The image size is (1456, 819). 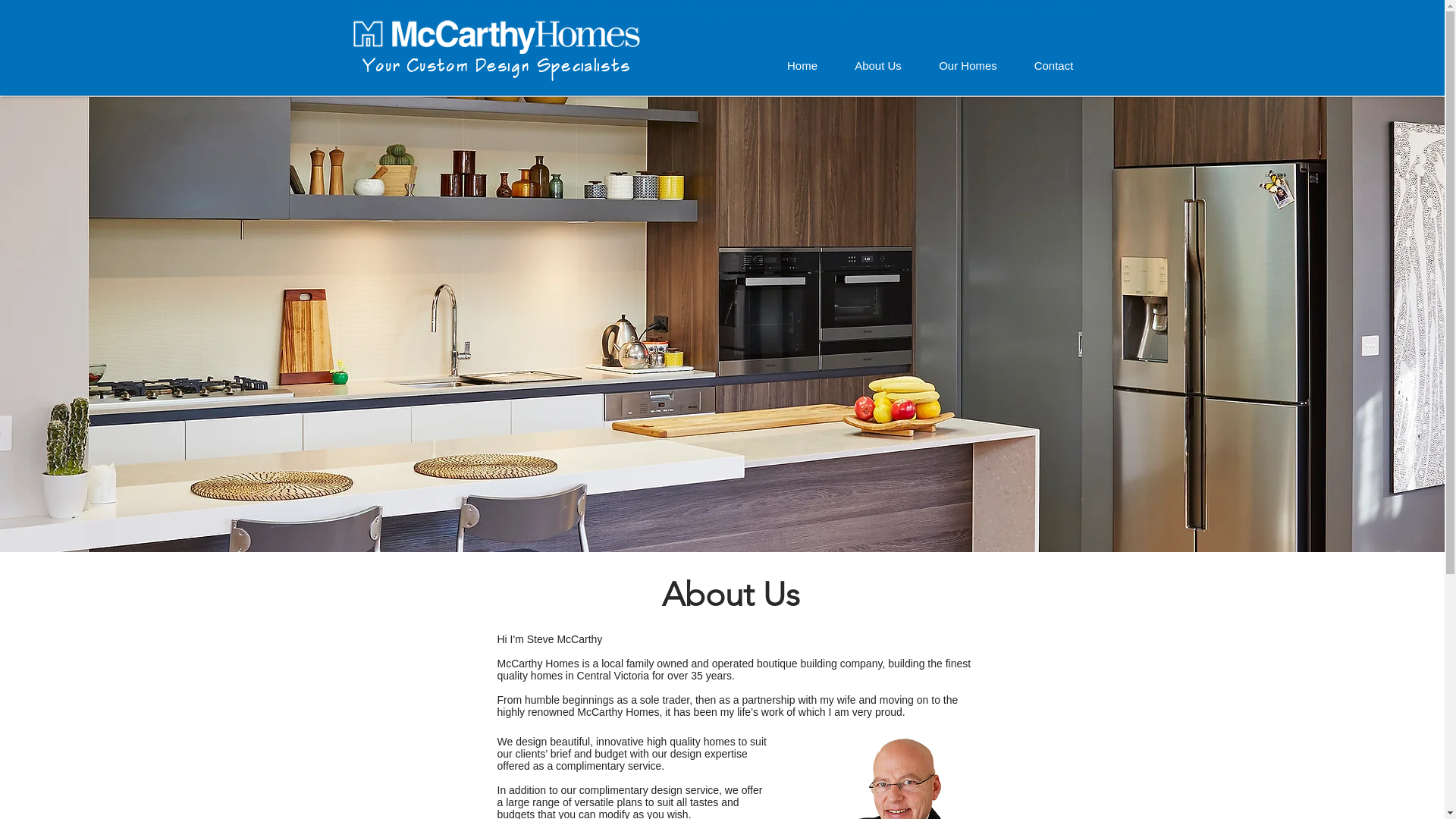 What do you see at coordinates (967, 65) in the screenshot?
I see `'Our Homes'` at bounding box center [967, 65].